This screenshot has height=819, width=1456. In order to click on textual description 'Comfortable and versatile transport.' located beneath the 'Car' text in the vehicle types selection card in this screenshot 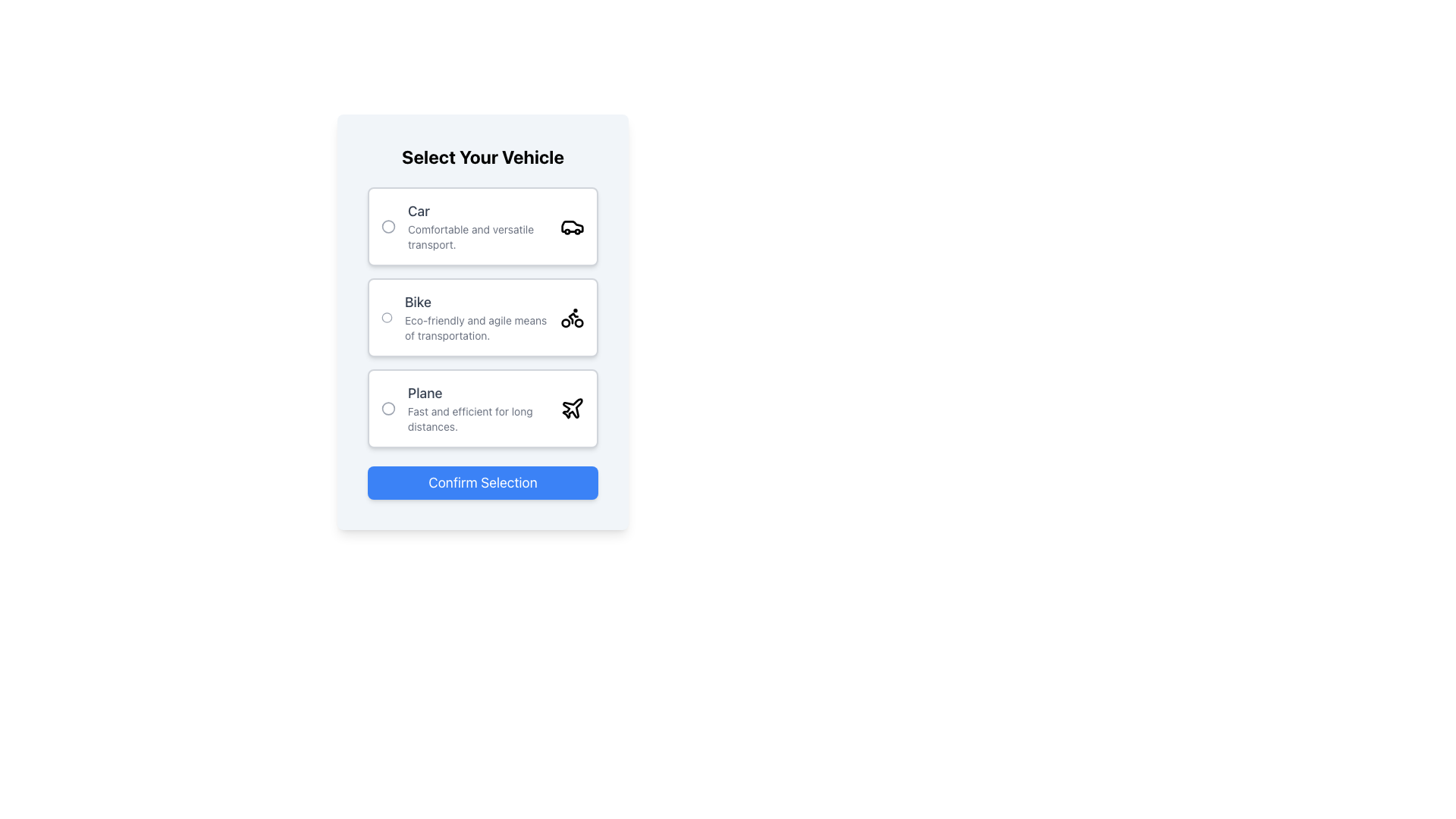, I will do `click(477, 237)`.